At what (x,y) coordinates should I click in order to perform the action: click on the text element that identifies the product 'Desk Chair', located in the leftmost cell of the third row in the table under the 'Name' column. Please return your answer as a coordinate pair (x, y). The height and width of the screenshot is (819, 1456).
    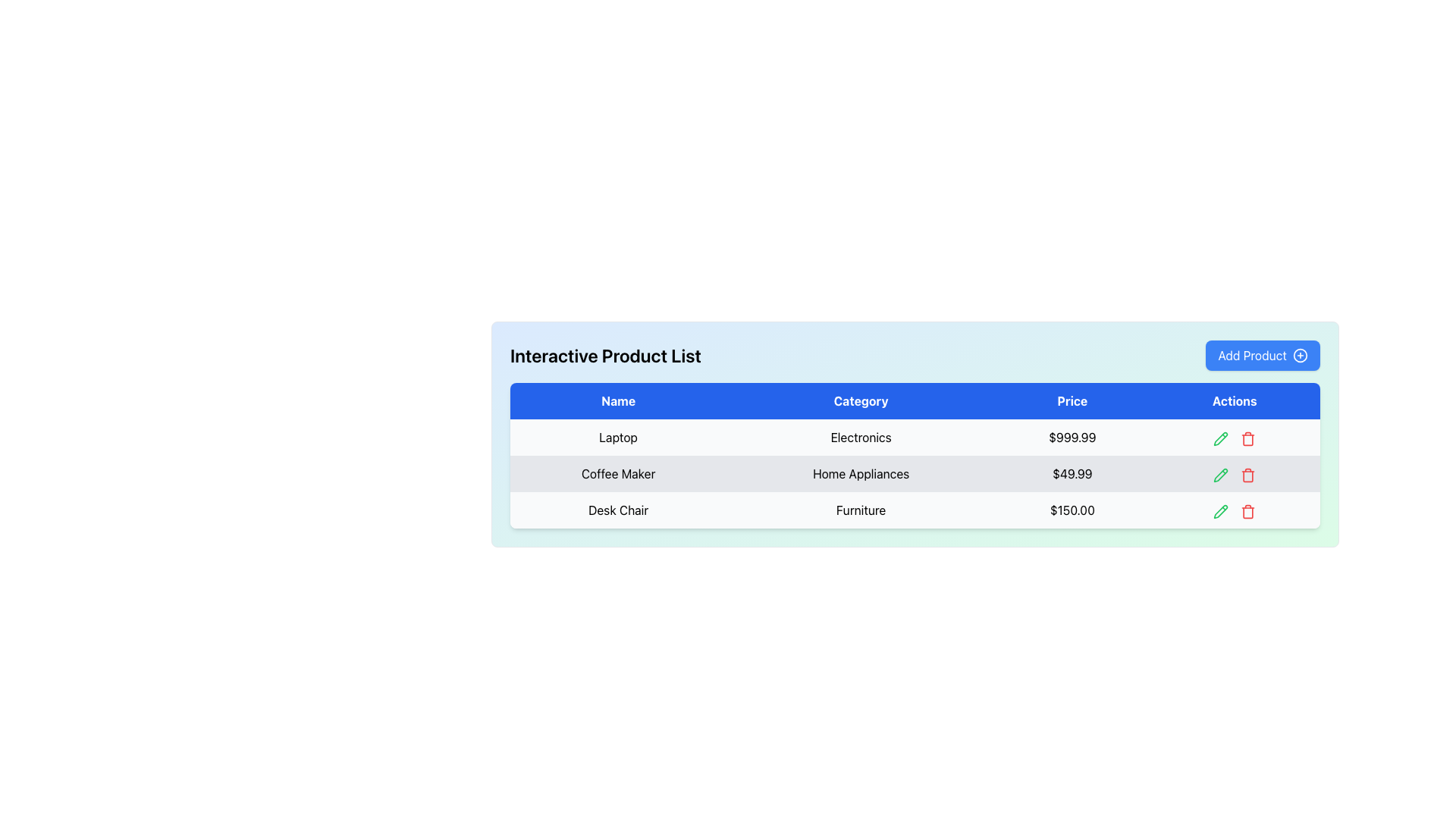
    Looking at the image, I should click on (618, 510).